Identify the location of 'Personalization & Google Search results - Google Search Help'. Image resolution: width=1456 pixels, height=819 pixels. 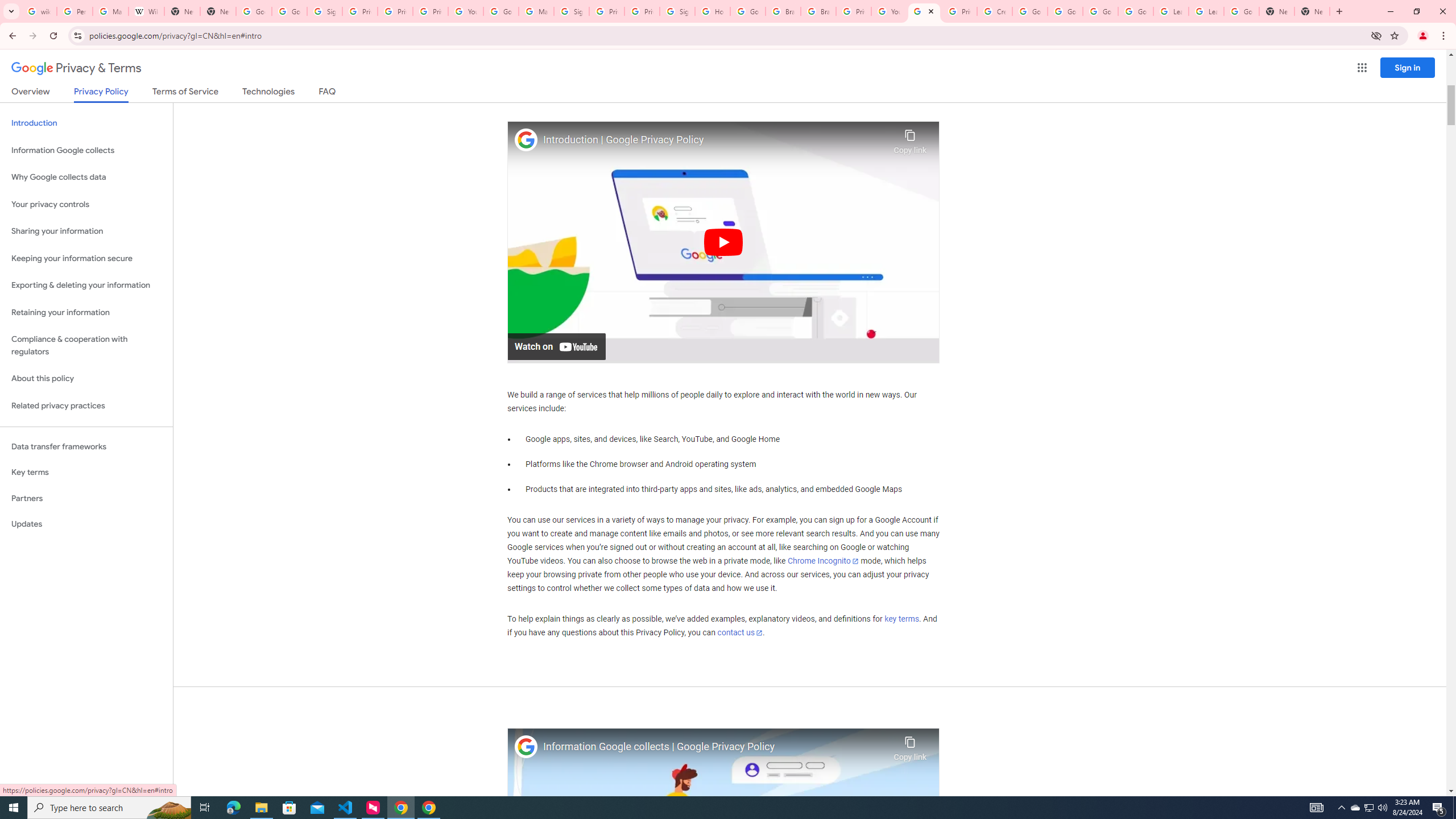
(74, 11).